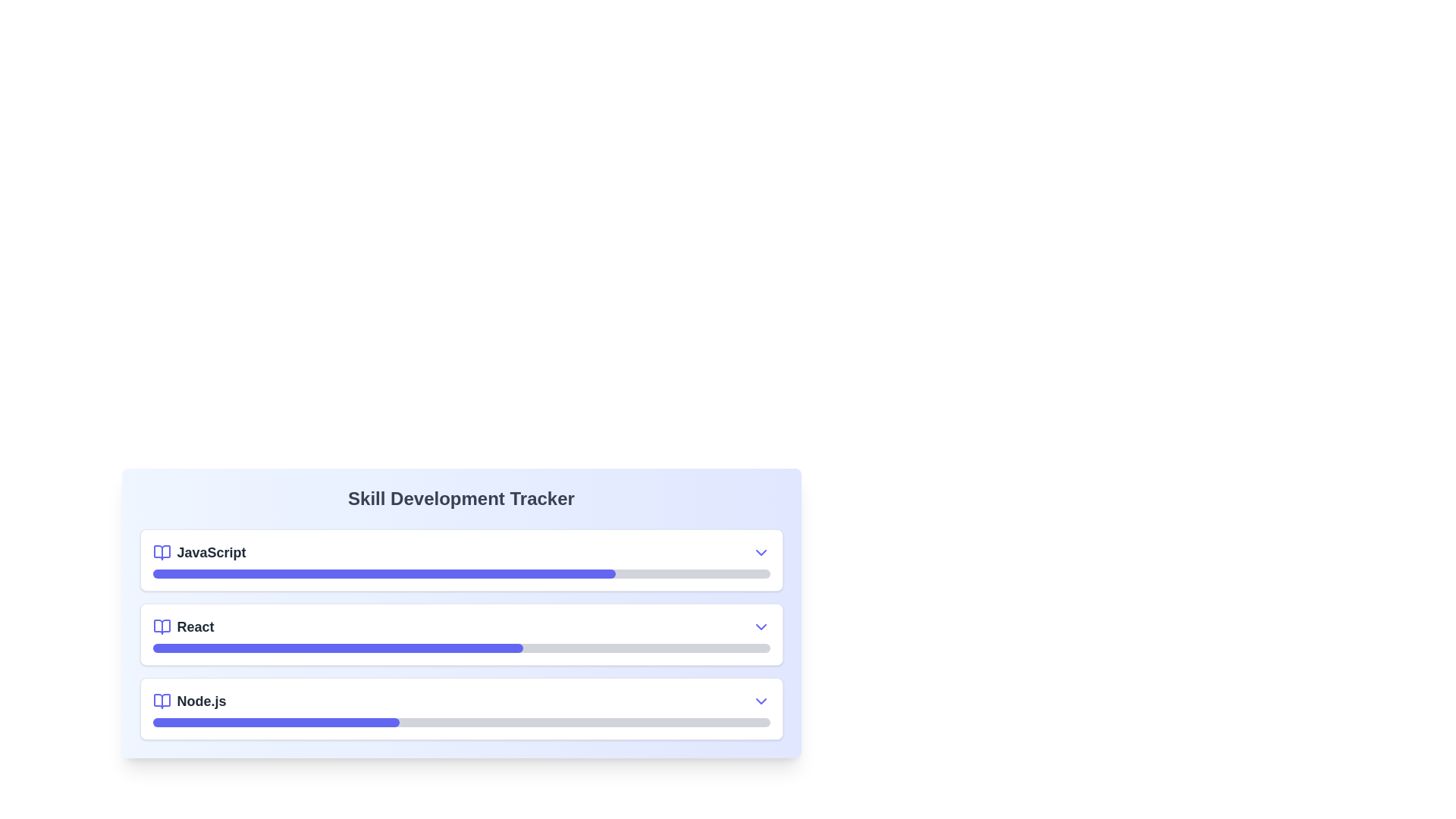 The width and height of the screenshot is (1456, 819). I want to click on the Node.js text label in the skill tracker interface, which is the last item in a vertical list of skill items, helping users correlate it with its progress bar, so click(200, 701).